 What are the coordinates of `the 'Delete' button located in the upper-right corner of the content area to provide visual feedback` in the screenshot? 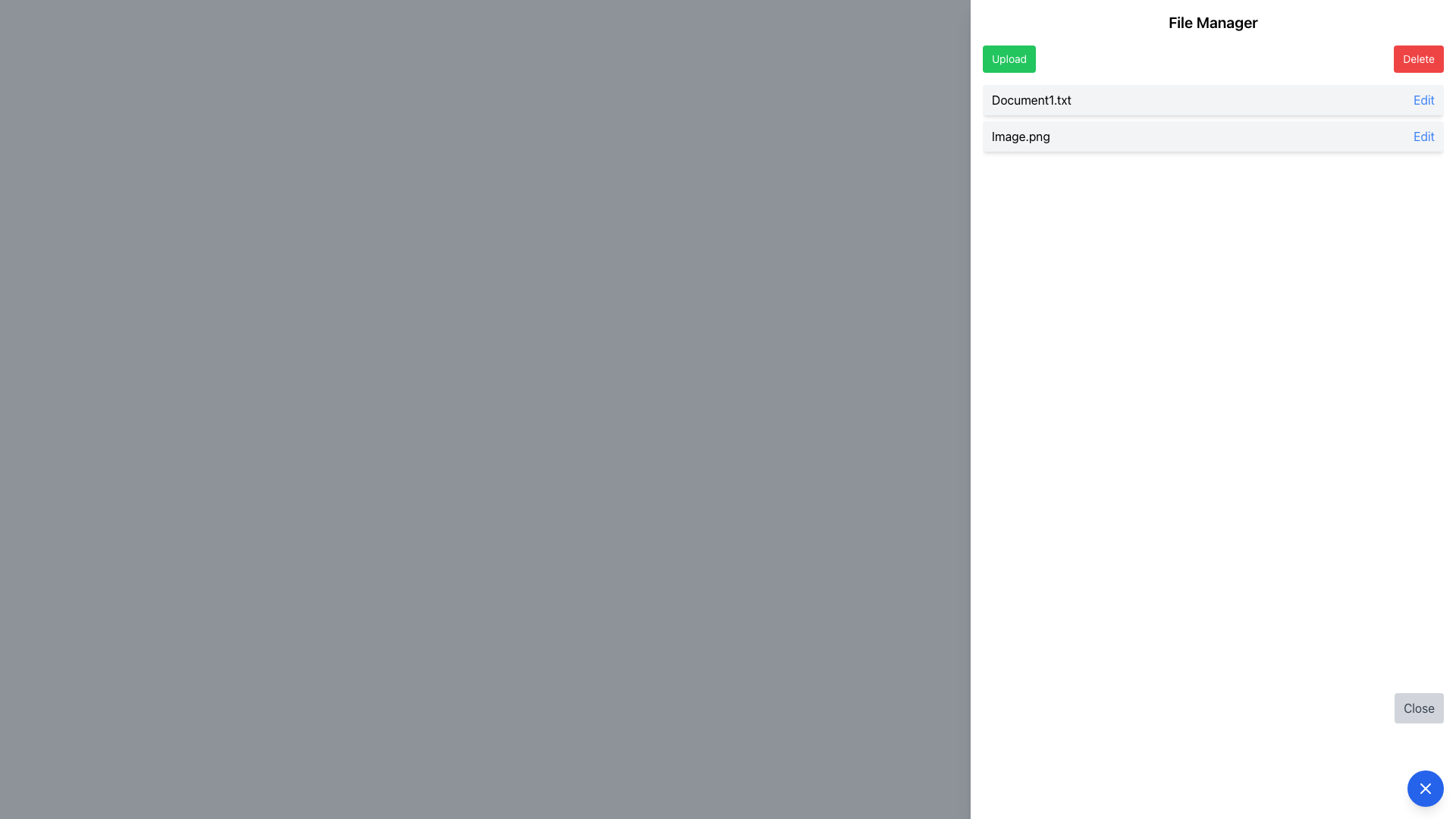 It's located at (1418, 58).